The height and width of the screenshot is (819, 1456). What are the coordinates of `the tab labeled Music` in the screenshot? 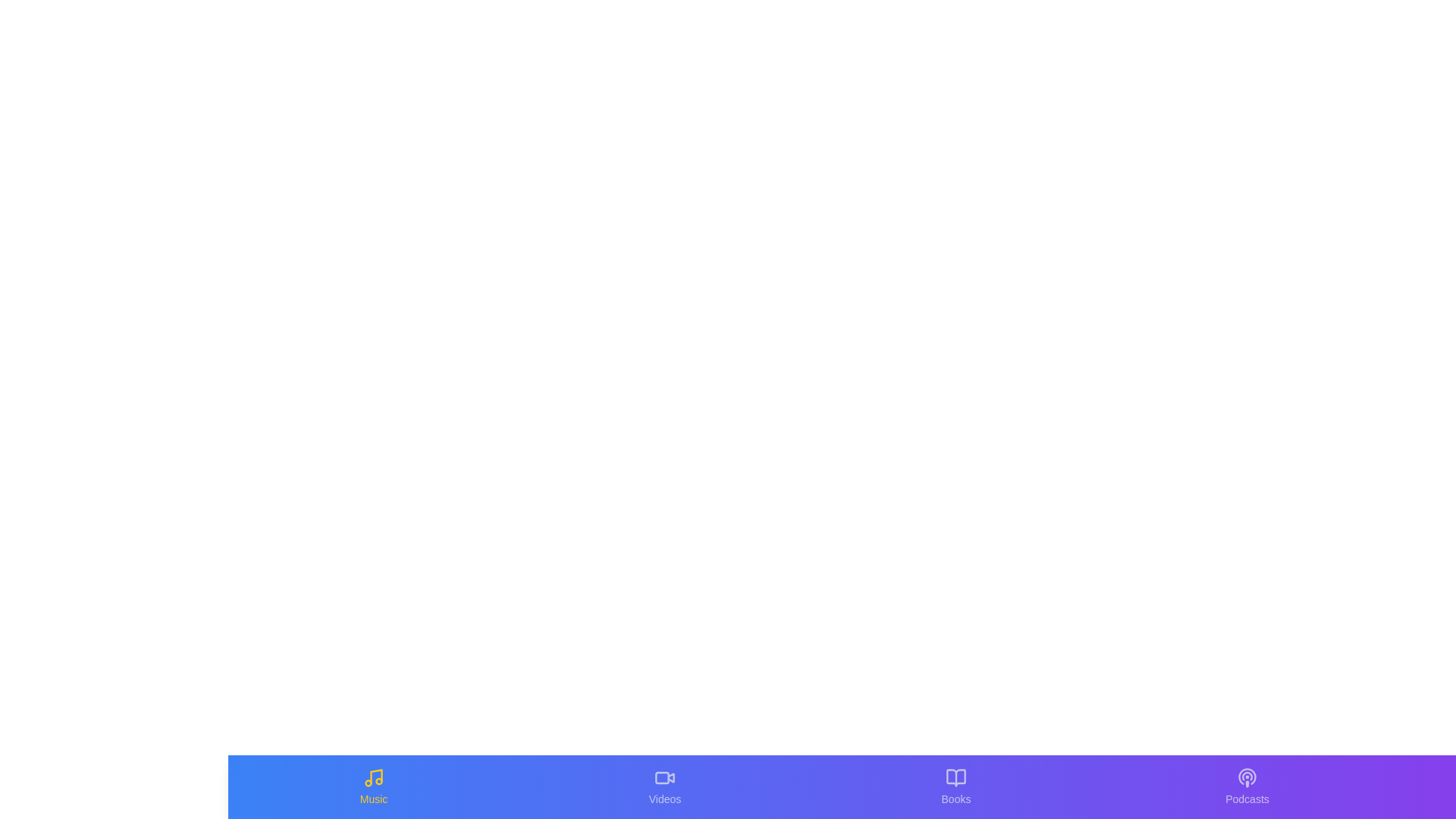 It's located at (374, 786).